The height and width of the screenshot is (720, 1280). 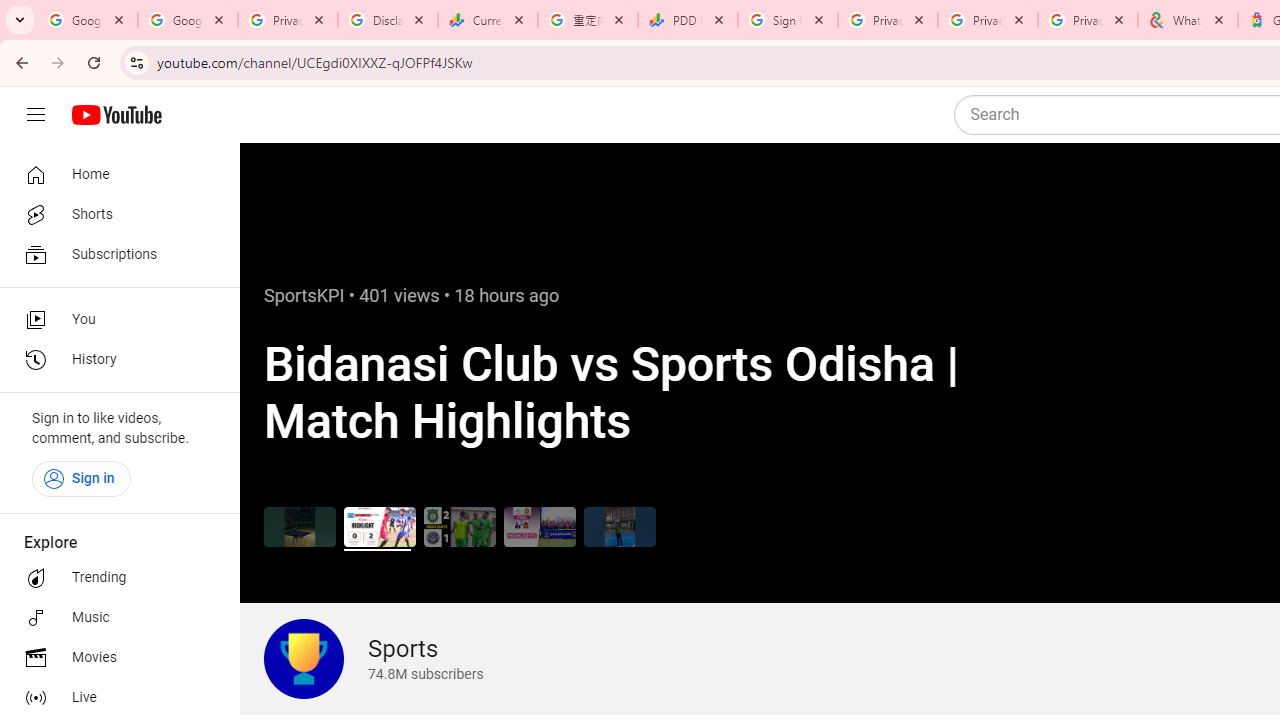 I want to click on 'Home', so click(x=112, y=173).